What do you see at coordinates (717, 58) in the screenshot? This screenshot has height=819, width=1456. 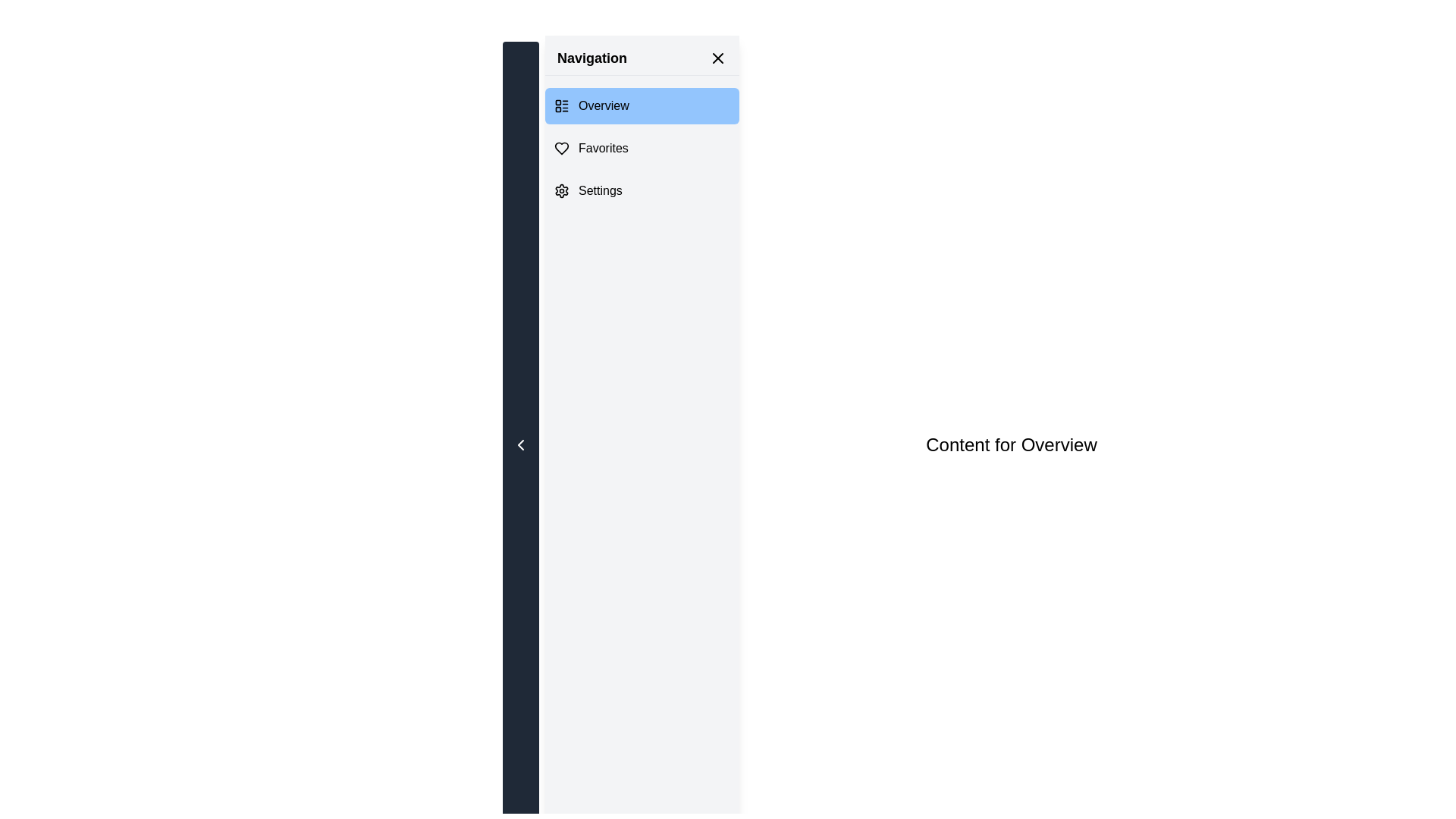 I see `the small square button with an 'X' symbol in its center, located at the top-right corner of the navigation panel` at bounding box center [717, 58].